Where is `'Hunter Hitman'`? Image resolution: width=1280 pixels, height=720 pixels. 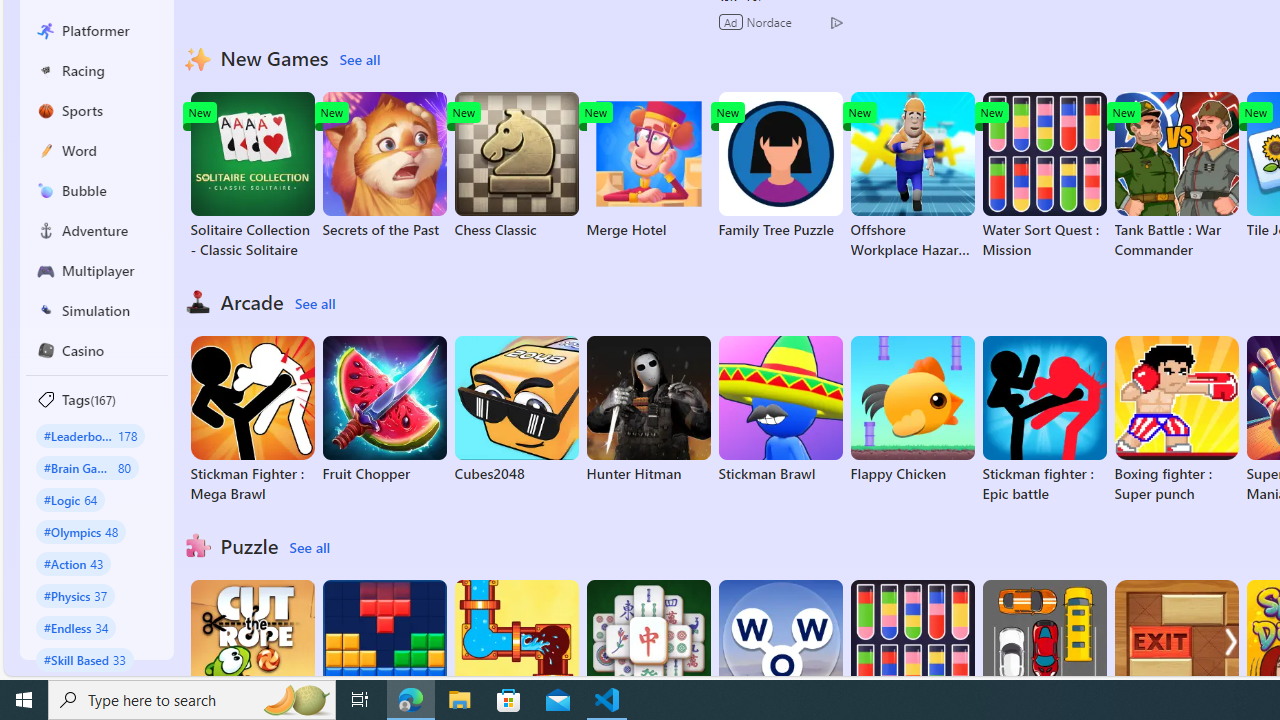
'Hunter Hitman' is located at coordinates (648, 409).